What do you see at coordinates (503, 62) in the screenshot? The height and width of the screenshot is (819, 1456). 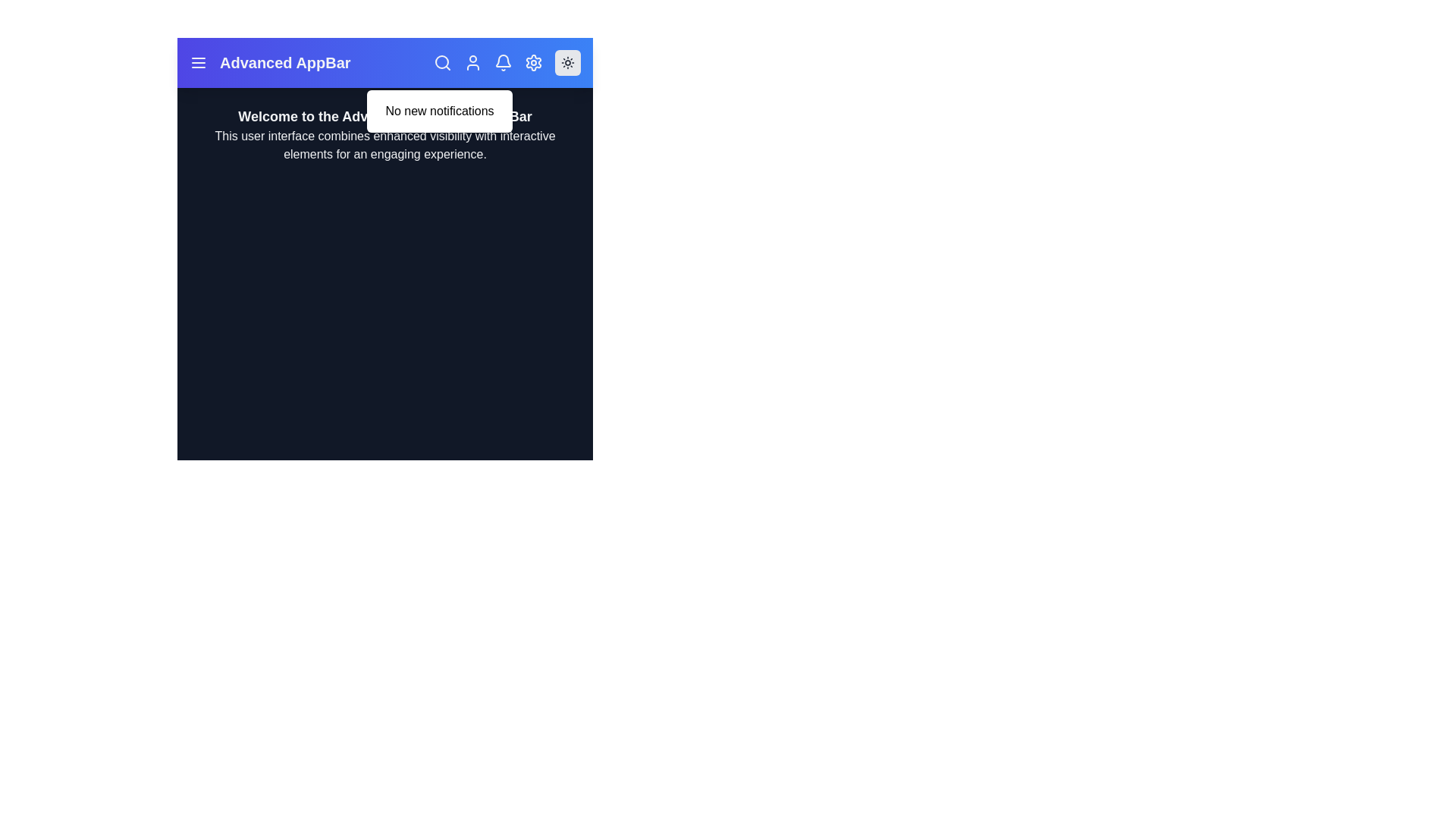 I see `the interactive element bell` at bounding box center [503, 62].